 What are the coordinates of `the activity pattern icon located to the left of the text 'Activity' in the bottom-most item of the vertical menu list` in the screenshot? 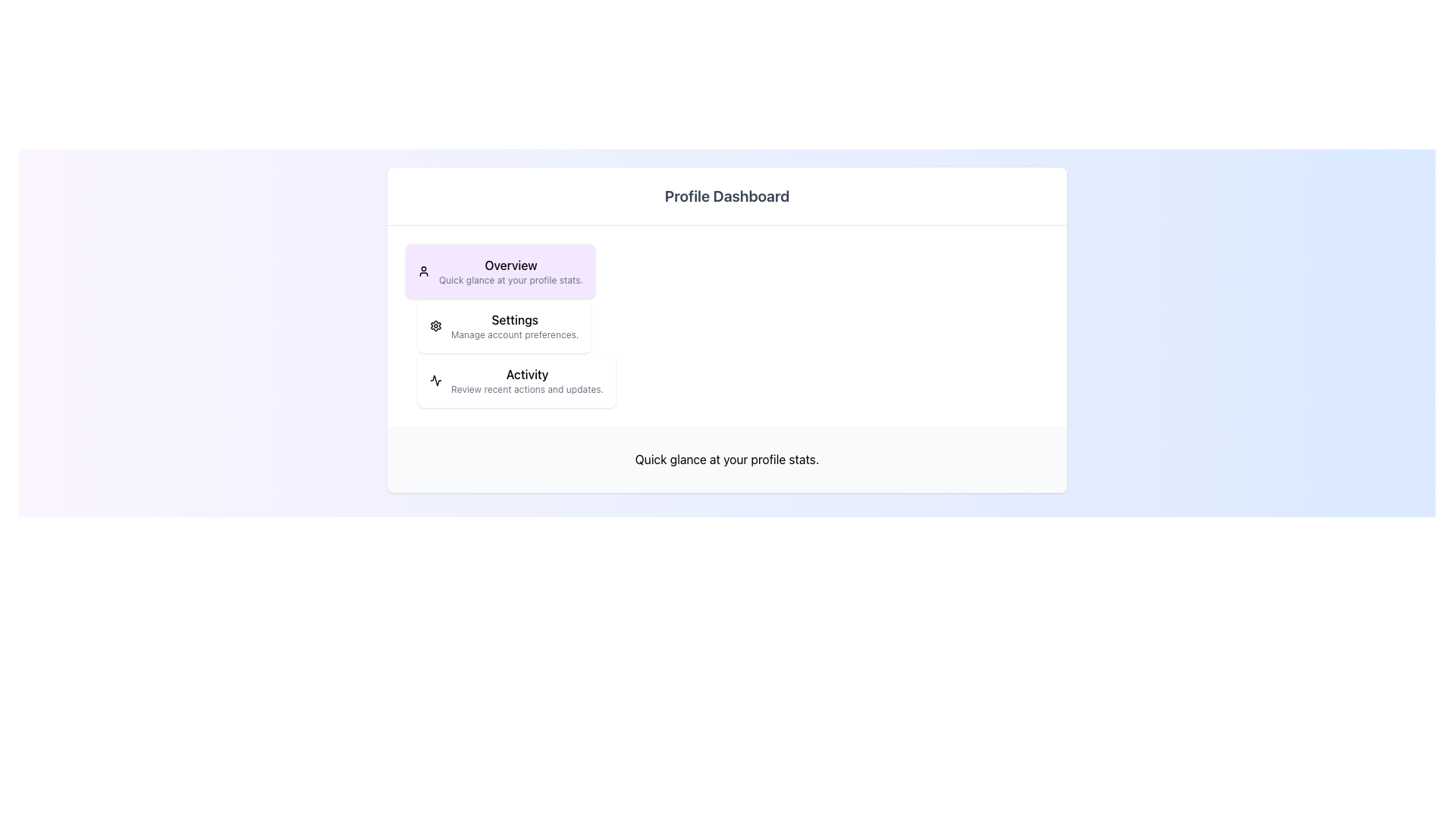 It's located at (435, 379).